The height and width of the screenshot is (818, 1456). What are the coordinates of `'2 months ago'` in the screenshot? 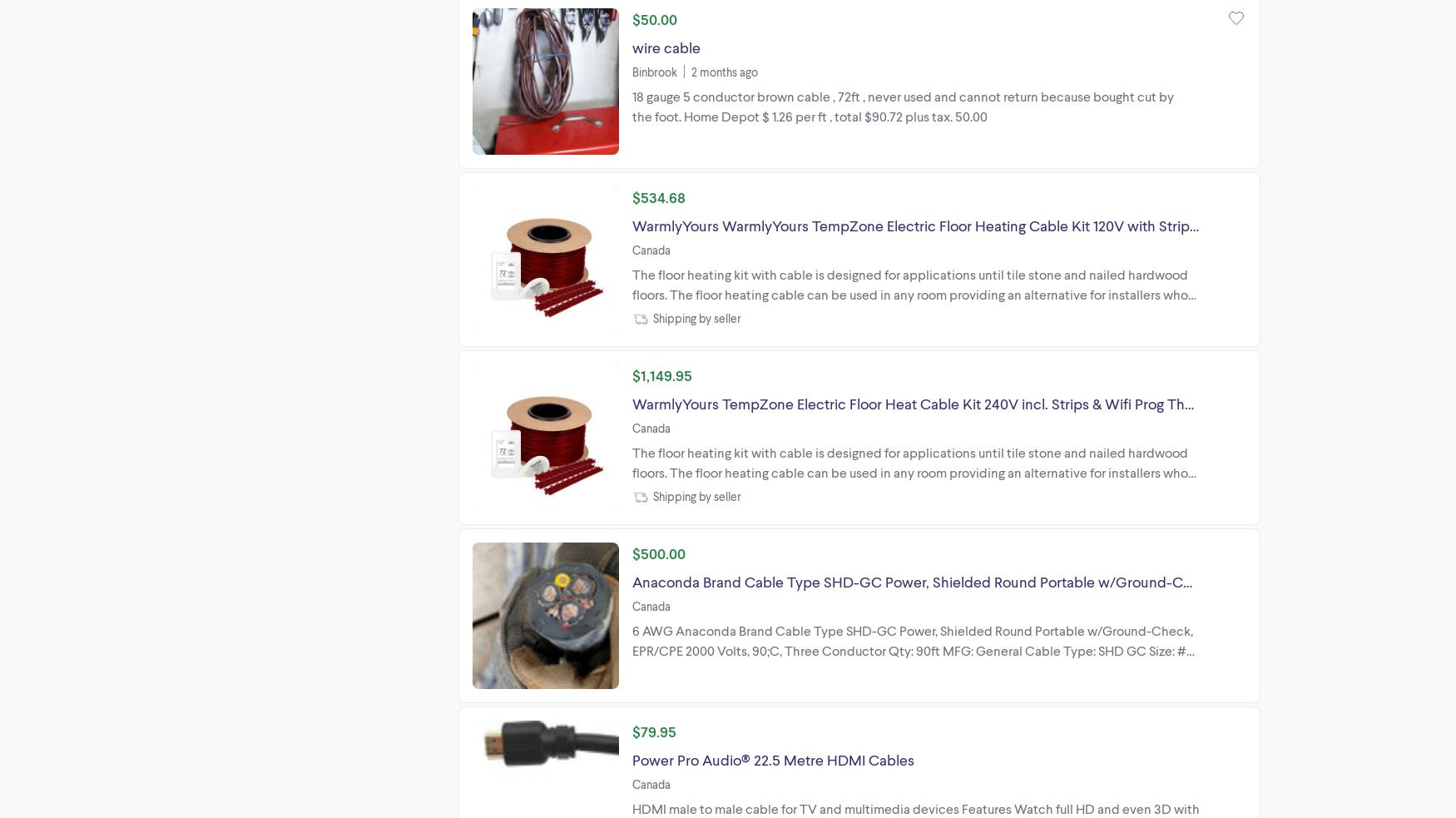 It's located at (724, 70).